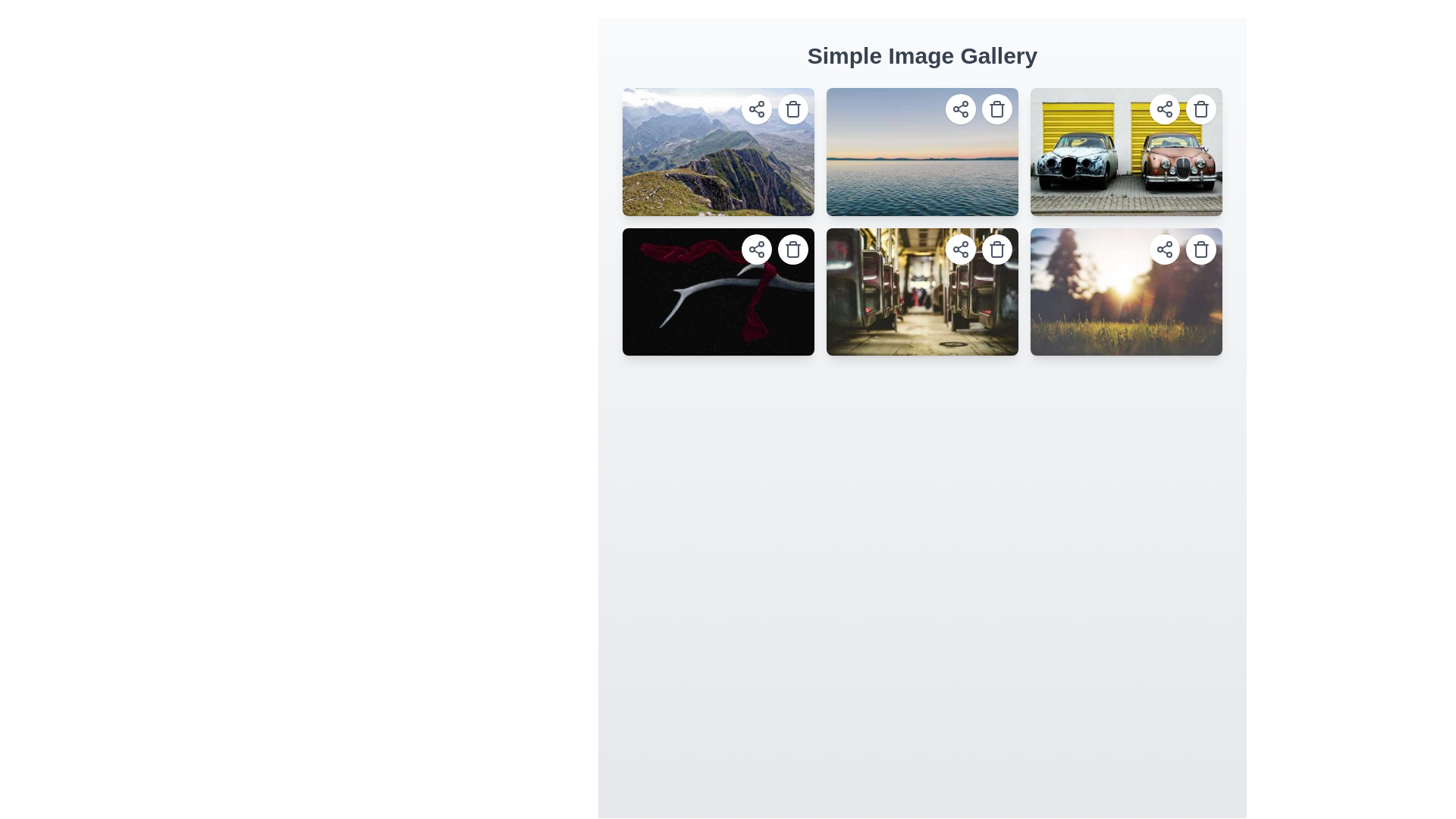 This screenshot has height=819, width=1456. Describe the element at coordinates (757, 247) in the screenshot. I see `the sharing icon button located in the second row and first column of the image grid` at that location.